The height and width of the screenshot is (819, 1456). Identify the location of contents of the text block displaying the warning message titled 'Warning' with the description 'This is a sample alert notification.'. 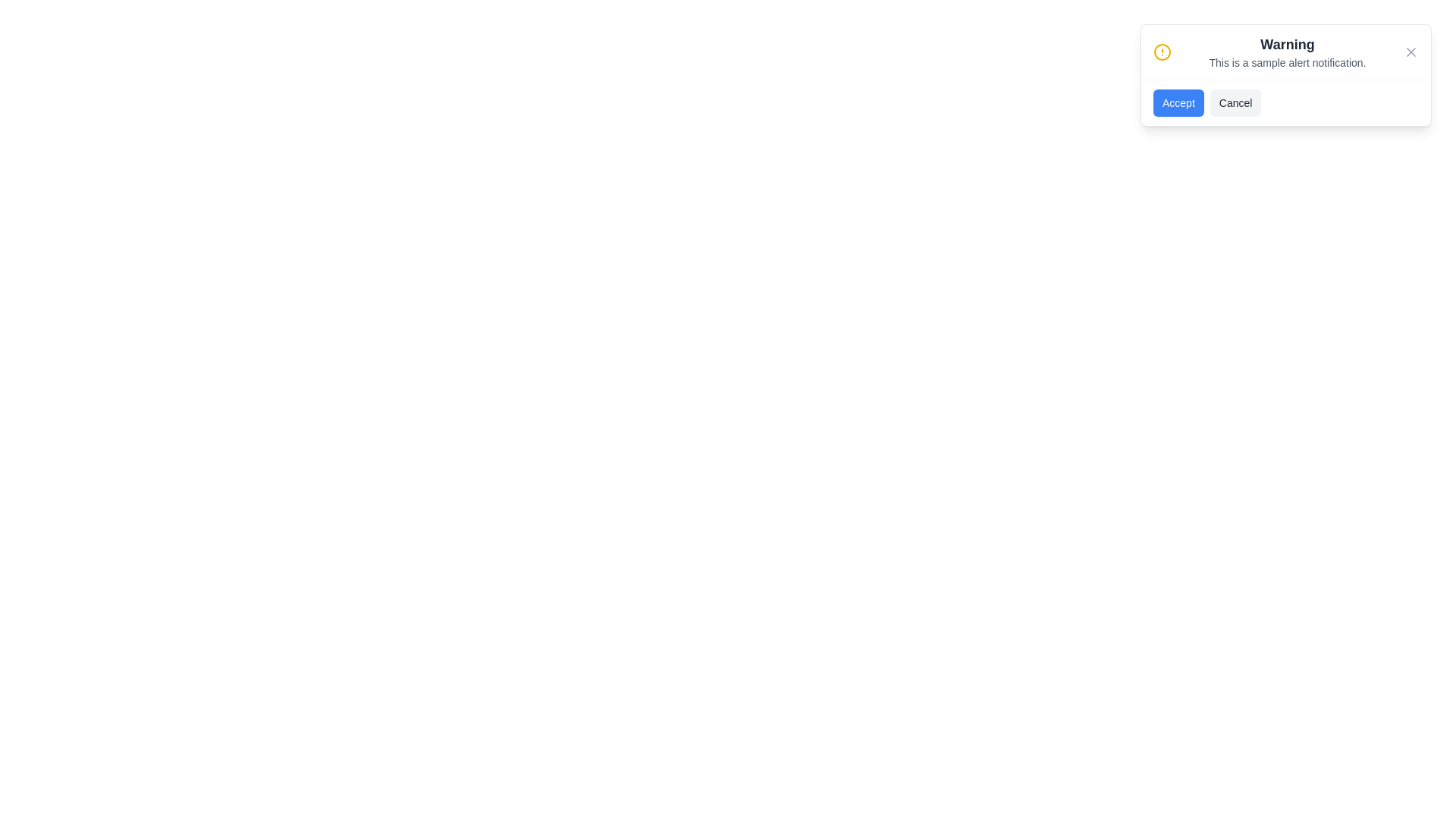
(1287, 52).